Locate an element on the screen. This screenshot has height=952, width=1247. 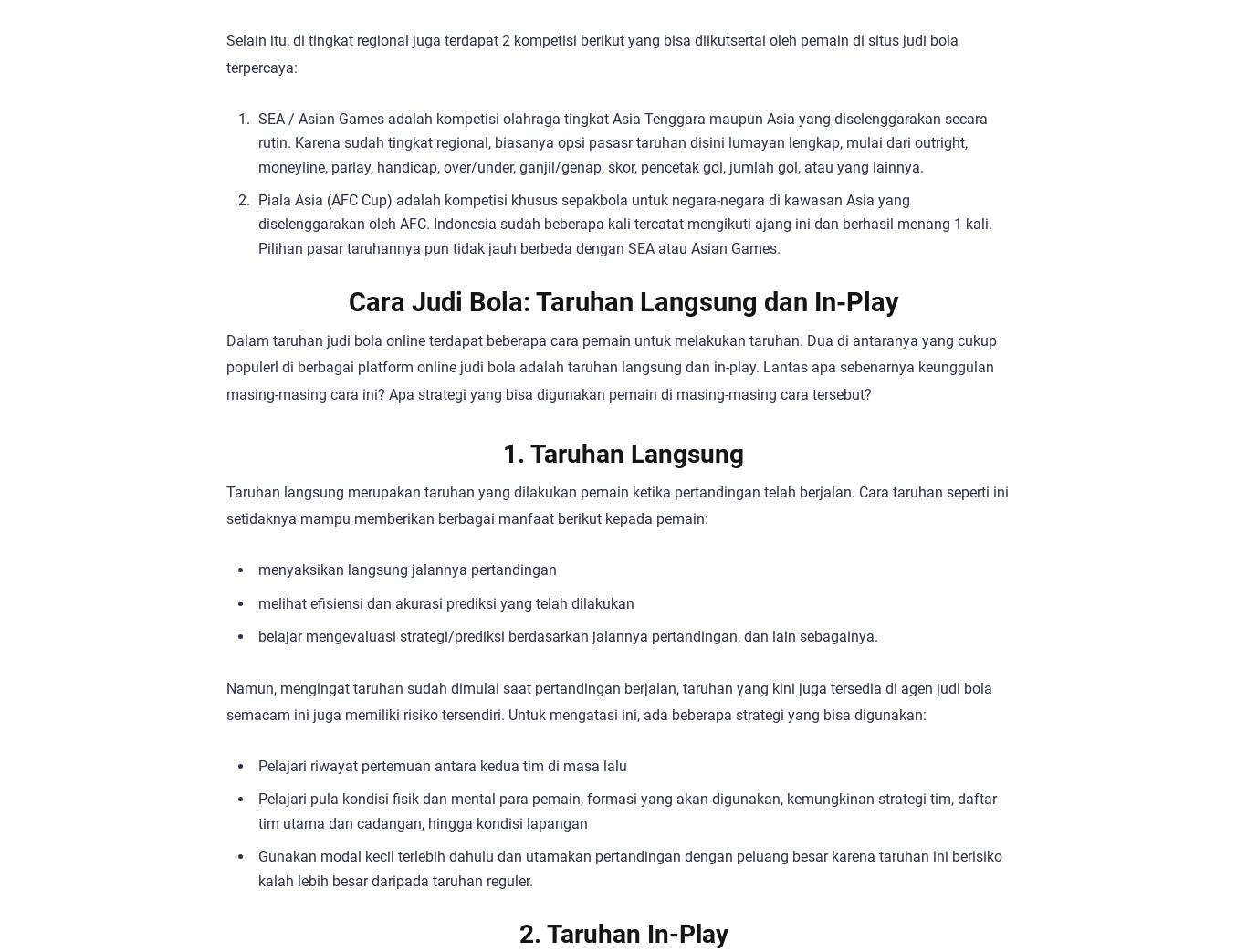
'menyaksikan langsung jalannya pertandingan' is located at coordinates (406, 569).